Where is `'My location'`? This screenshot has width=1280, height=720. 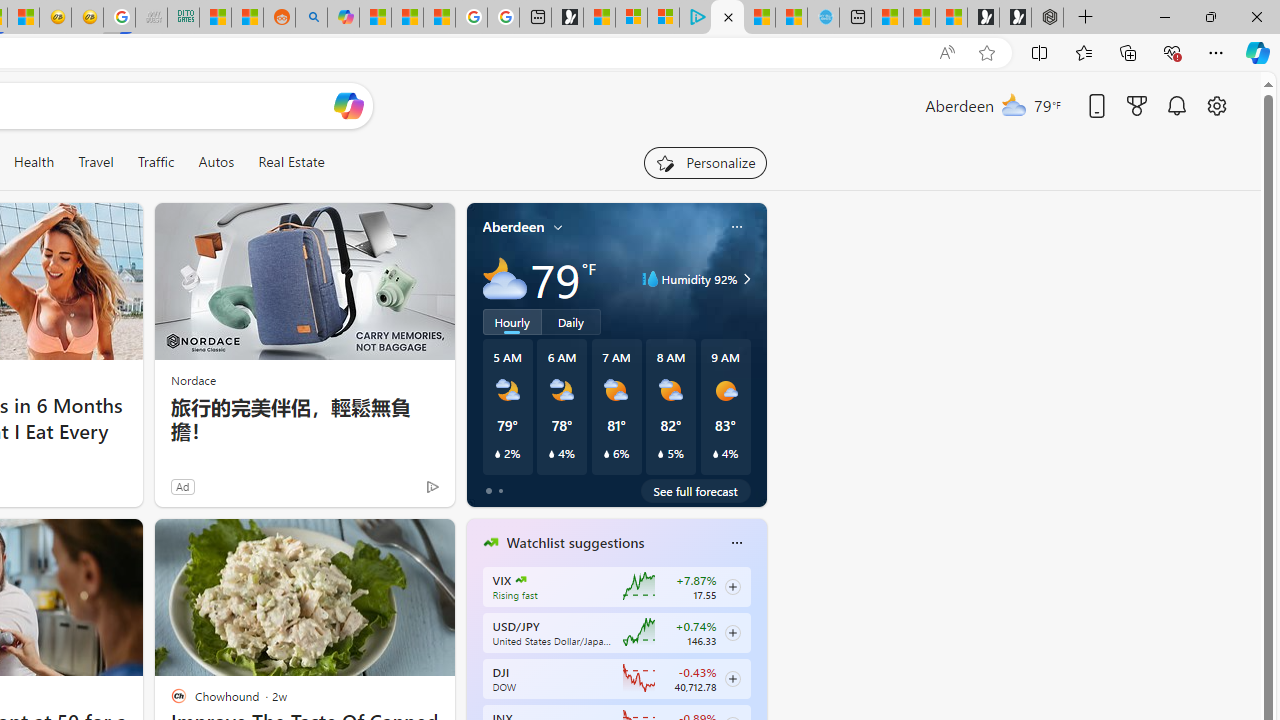
'My location' is located at coordinates (558, 226).